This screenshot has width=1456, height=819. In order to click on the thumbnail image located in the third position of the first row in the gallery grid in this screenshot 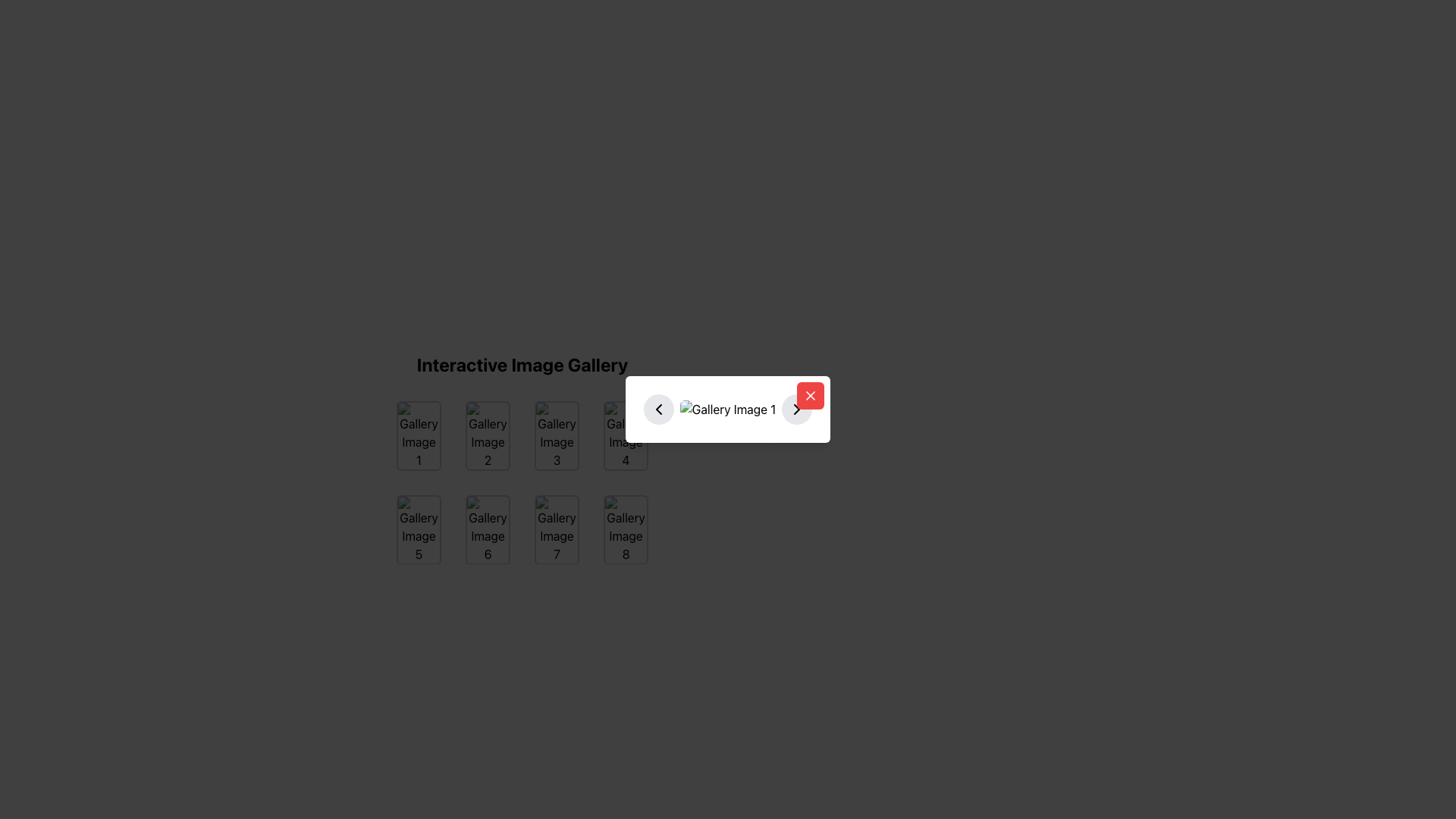, I will do `click(556, 435)`.